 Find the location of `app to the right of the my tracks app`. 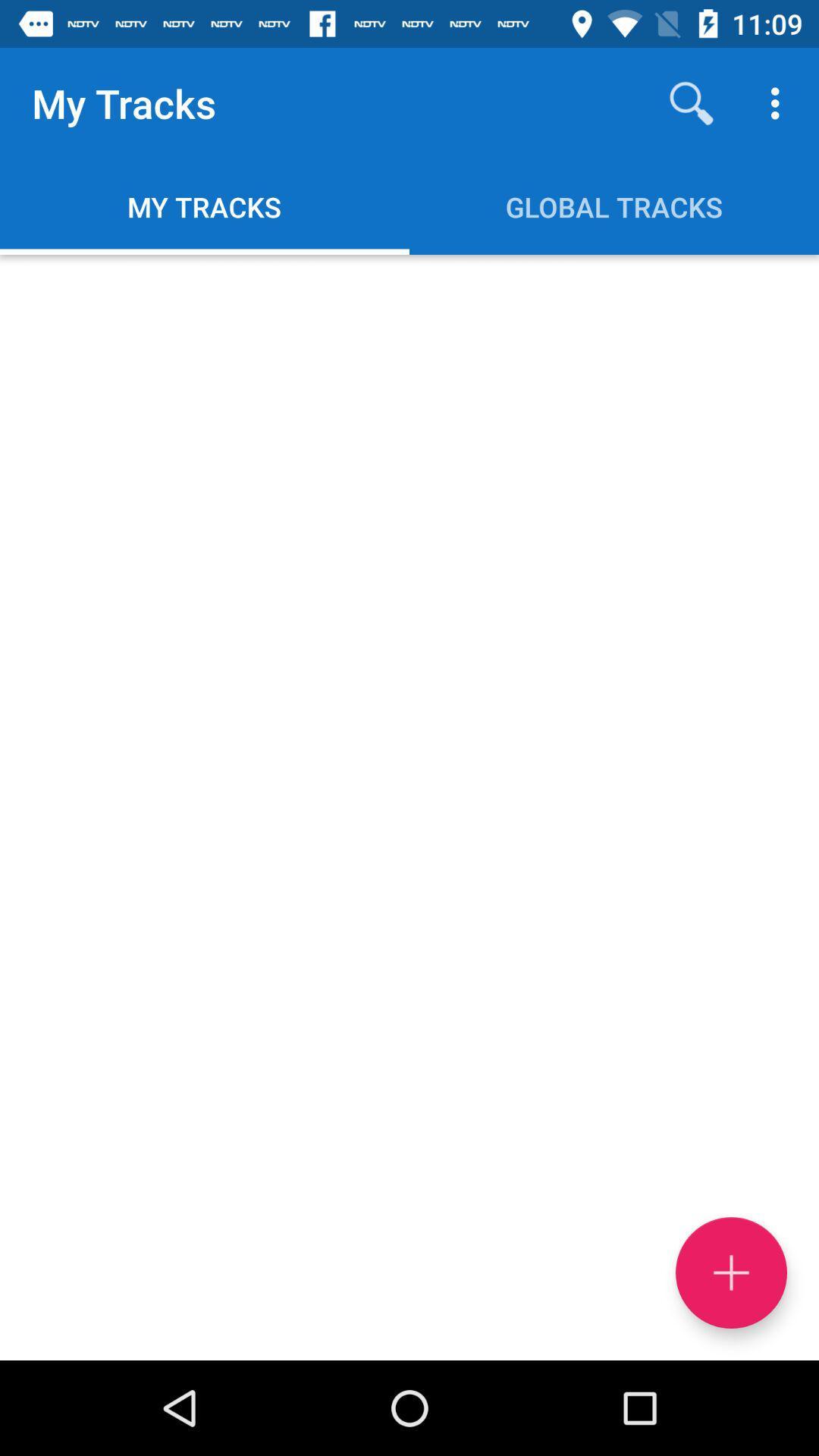

app to the right of the my tracks app is located at coordinates (691, 102).